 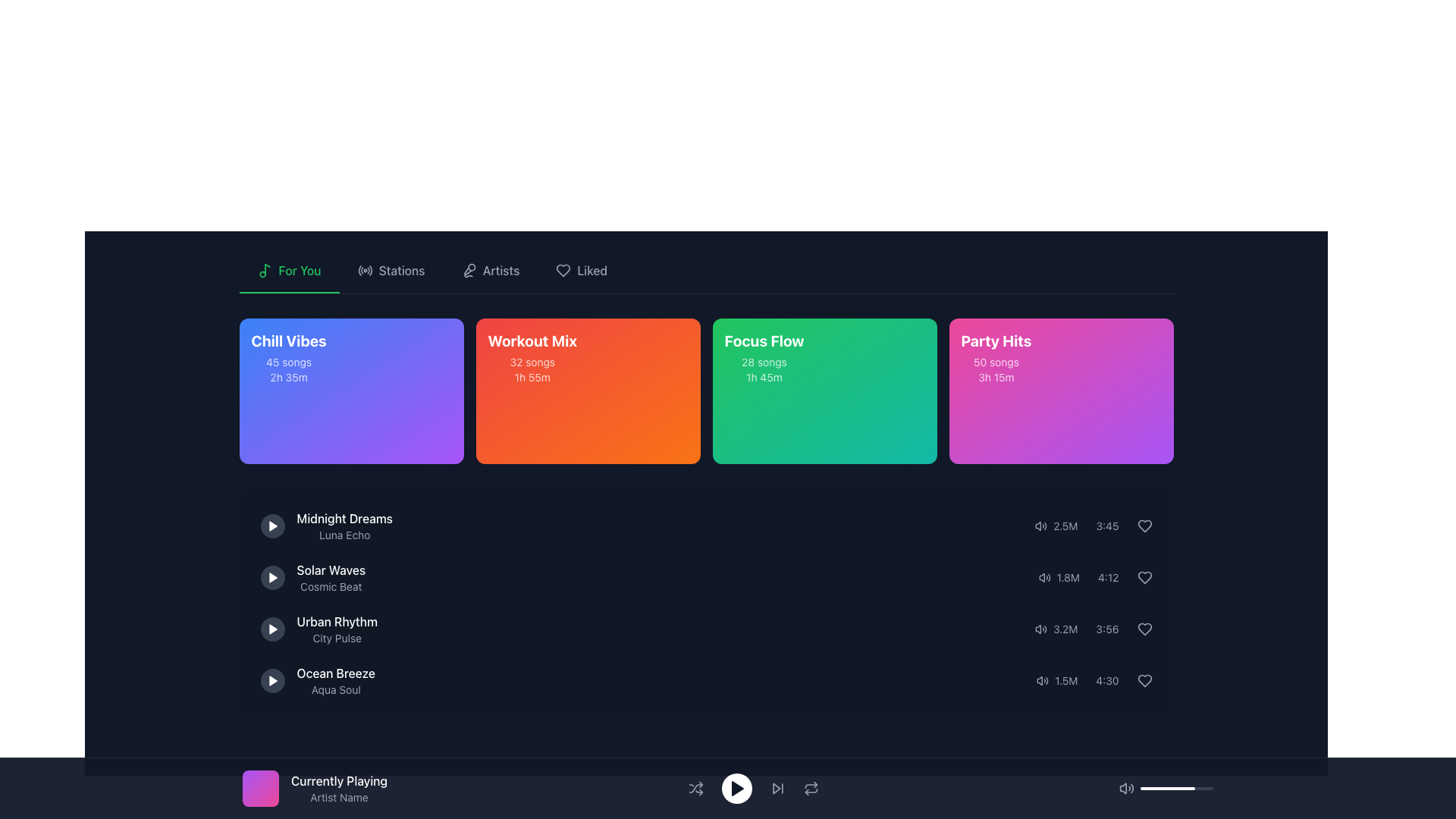 What do you see at coordinates (336, 638) in the screenshot?
I see `text label 'City Pulse' which is styled in gray and positioned below 'Urban Rhythm' in the song list` at bounding box center [336, 638].